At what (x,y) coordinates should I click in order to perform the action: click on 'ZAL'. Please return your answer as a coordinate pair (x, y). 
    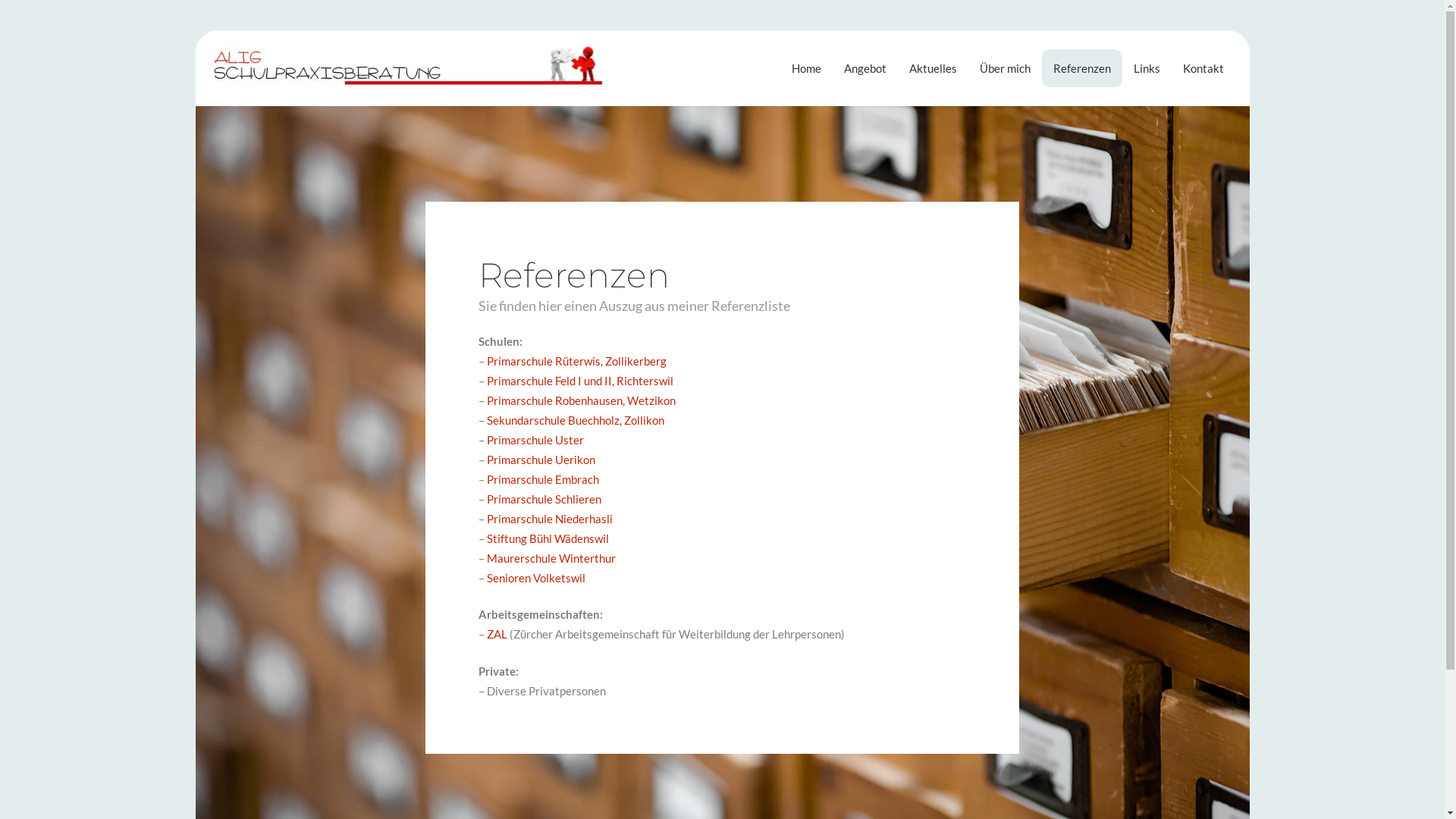
    Looking at the image, I should click on (497, 634).